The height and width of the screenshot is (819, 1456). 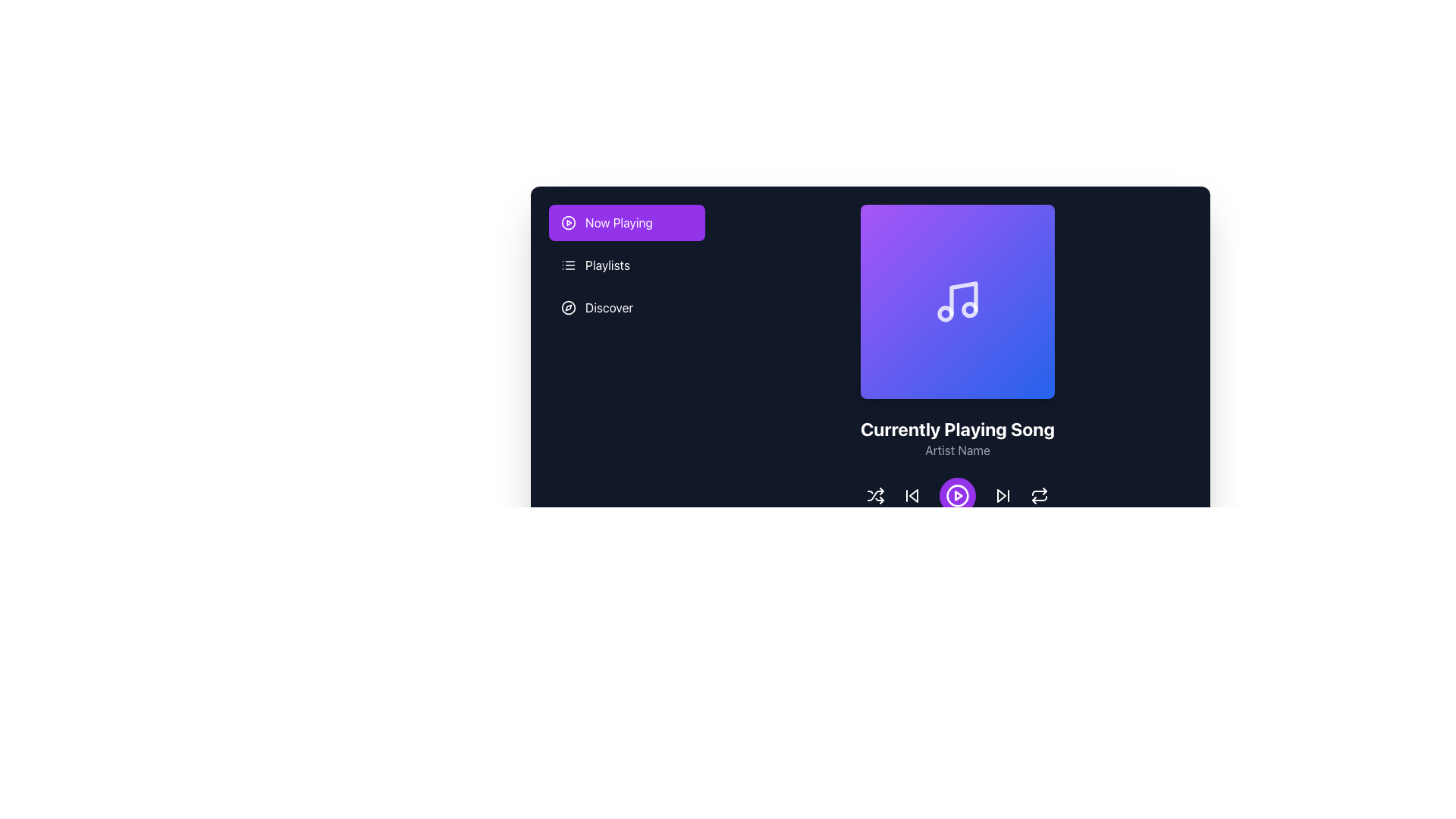 What do you see at coordinates (626, 307) in the screenshot?
I see `the 'Discover' button, which is the last item in the vertical navigation menu, featuring a compass icon and styled with rounded corners` at bounding box center [626, 307].